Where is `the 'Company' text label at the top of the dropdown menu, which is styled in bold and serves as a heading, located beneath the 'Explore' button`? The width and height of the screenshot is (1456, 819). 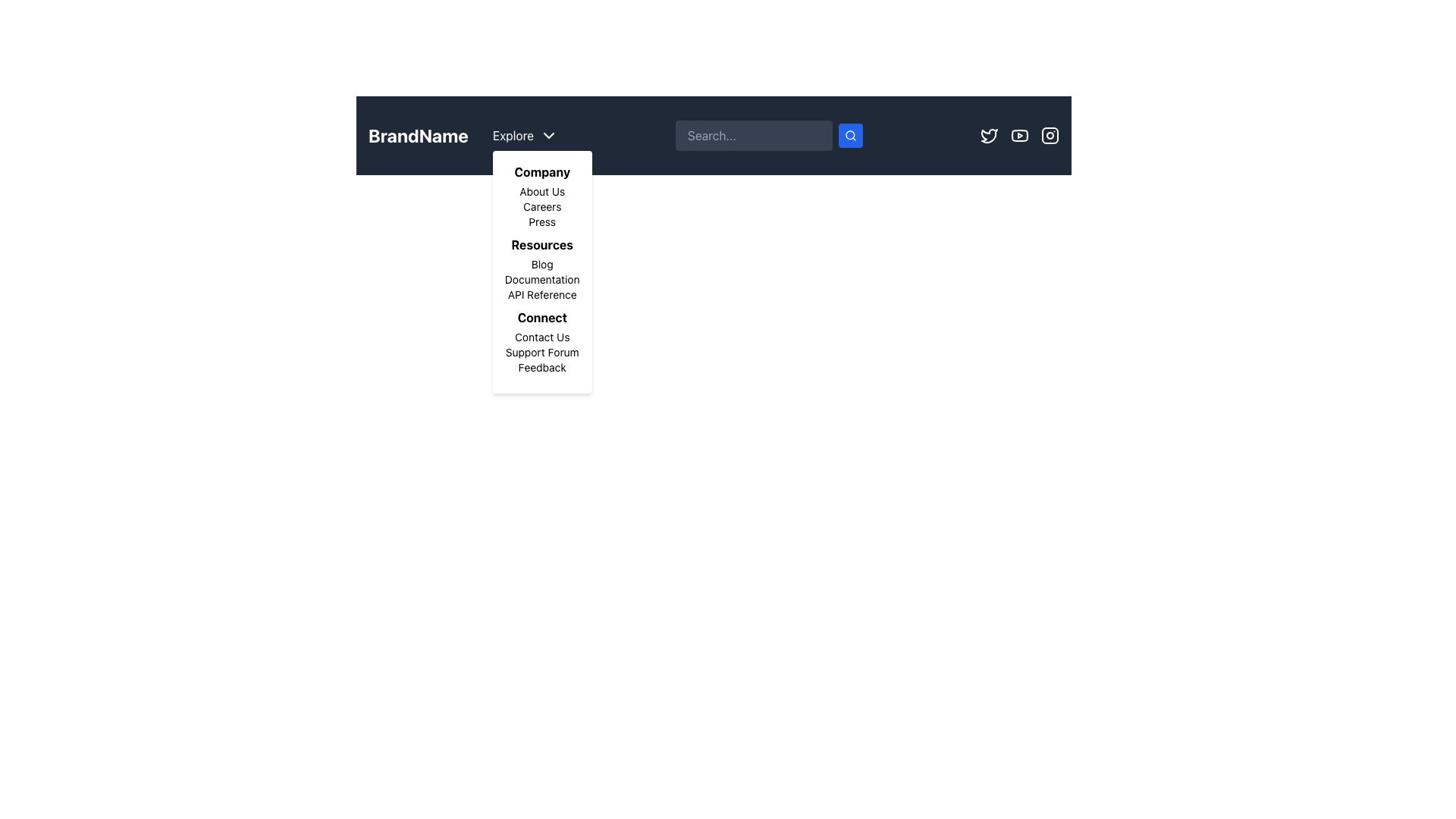
the 'Company' text label at the top of the dropdown menu, which is styled in bold and serves as a heading, located beneath the 'Explore' button is located at coordinates (542, 171).